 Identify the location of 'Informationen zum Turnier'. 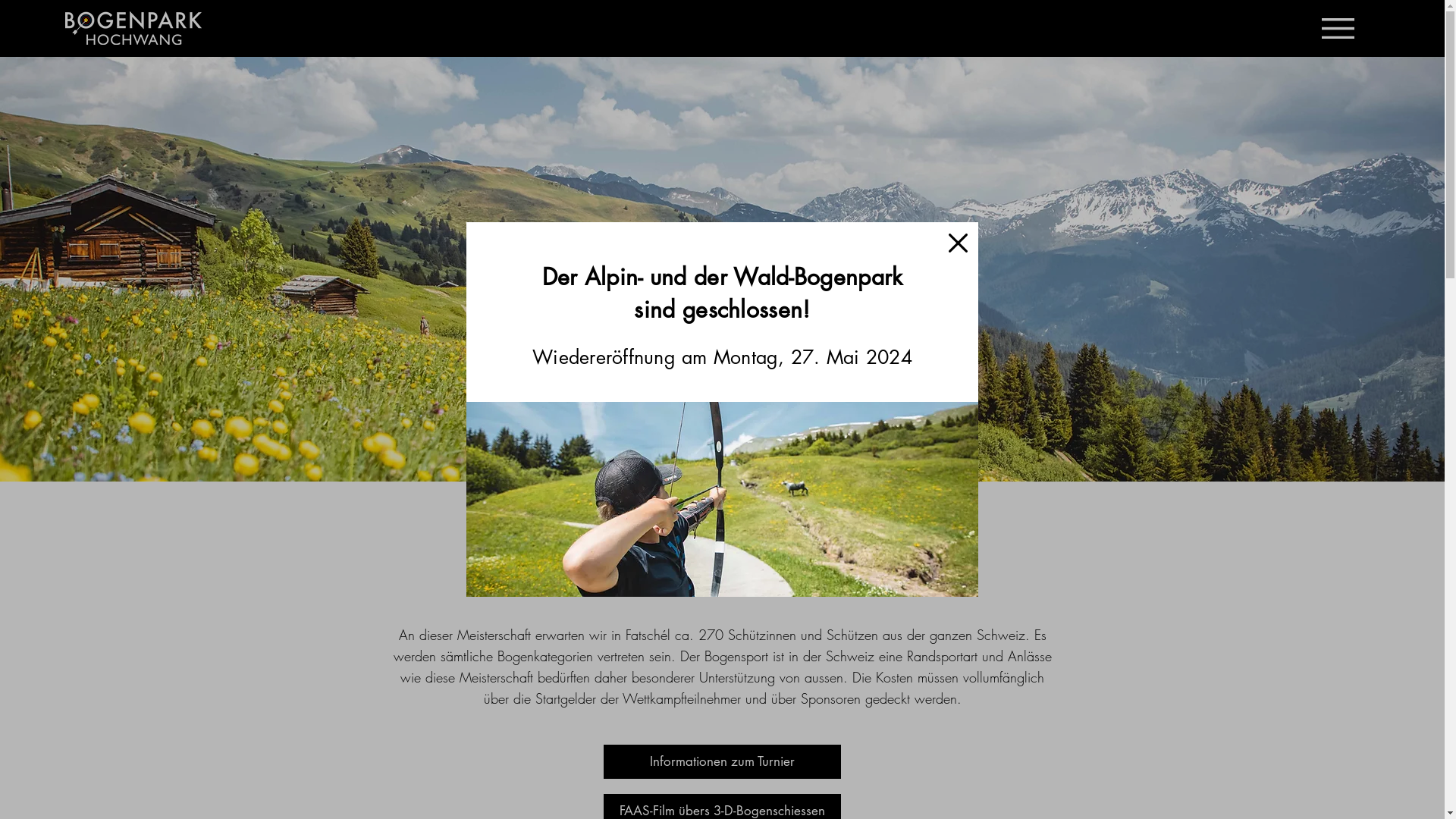
(721, 761).